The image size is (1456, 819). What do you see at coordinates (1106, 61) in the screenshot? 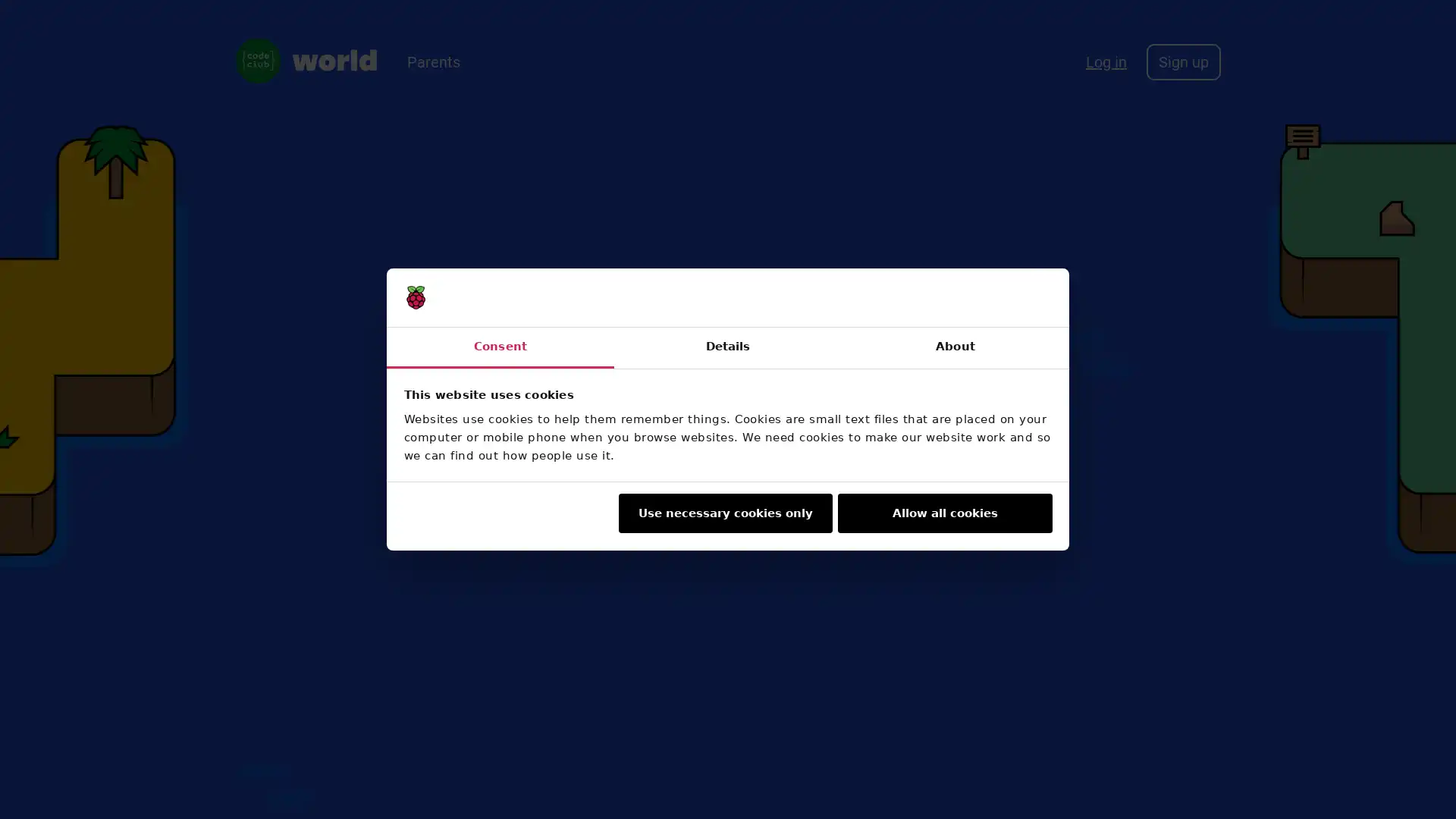
I see `Log in` at bounding box center [1106, 61].